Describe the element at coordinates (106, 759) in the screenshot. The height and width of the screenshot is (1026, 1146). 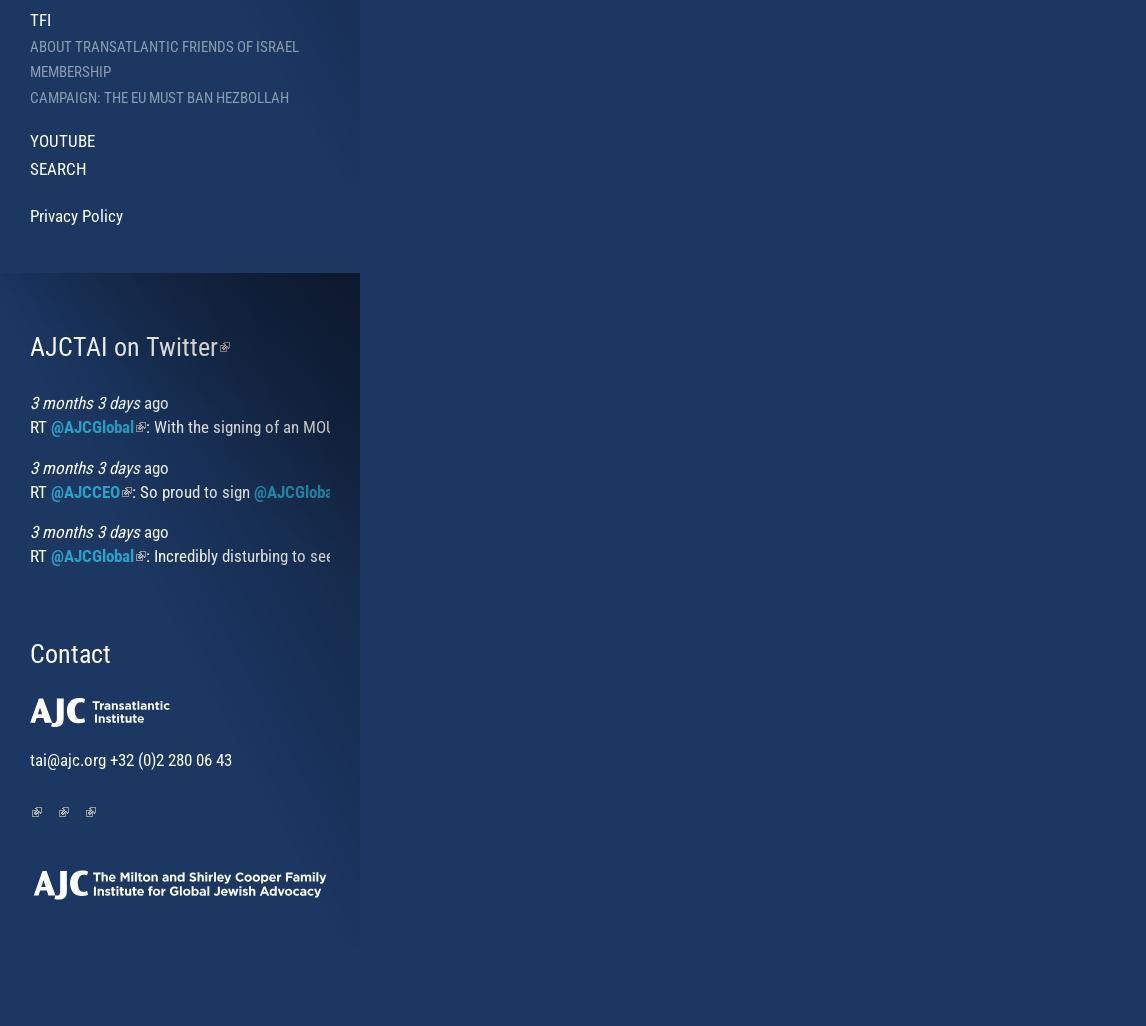
I see `'+32 (0)2 280 06 43'` at that location.